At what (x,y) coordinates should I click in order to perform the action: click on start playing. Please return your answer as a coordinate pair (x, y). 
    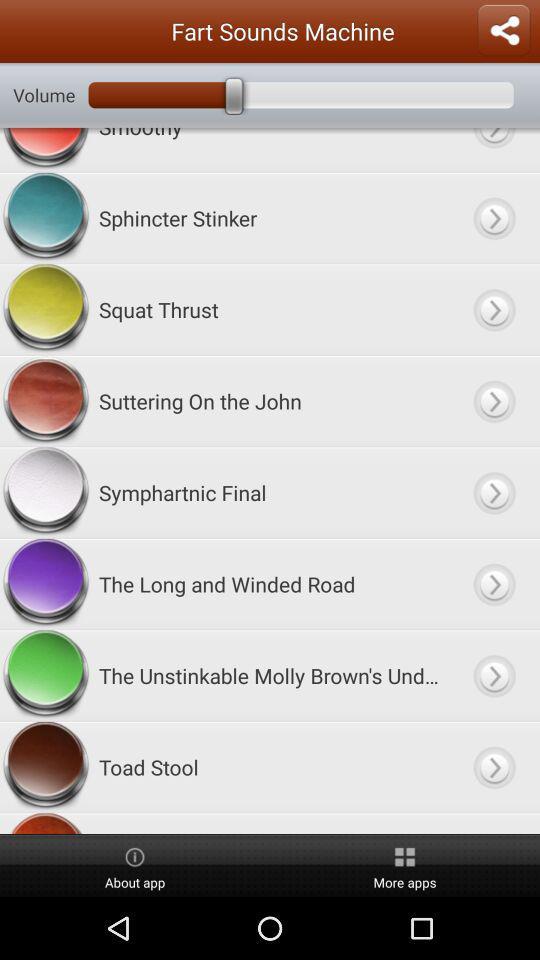
    Looking at the image, I should click on (493, 218).